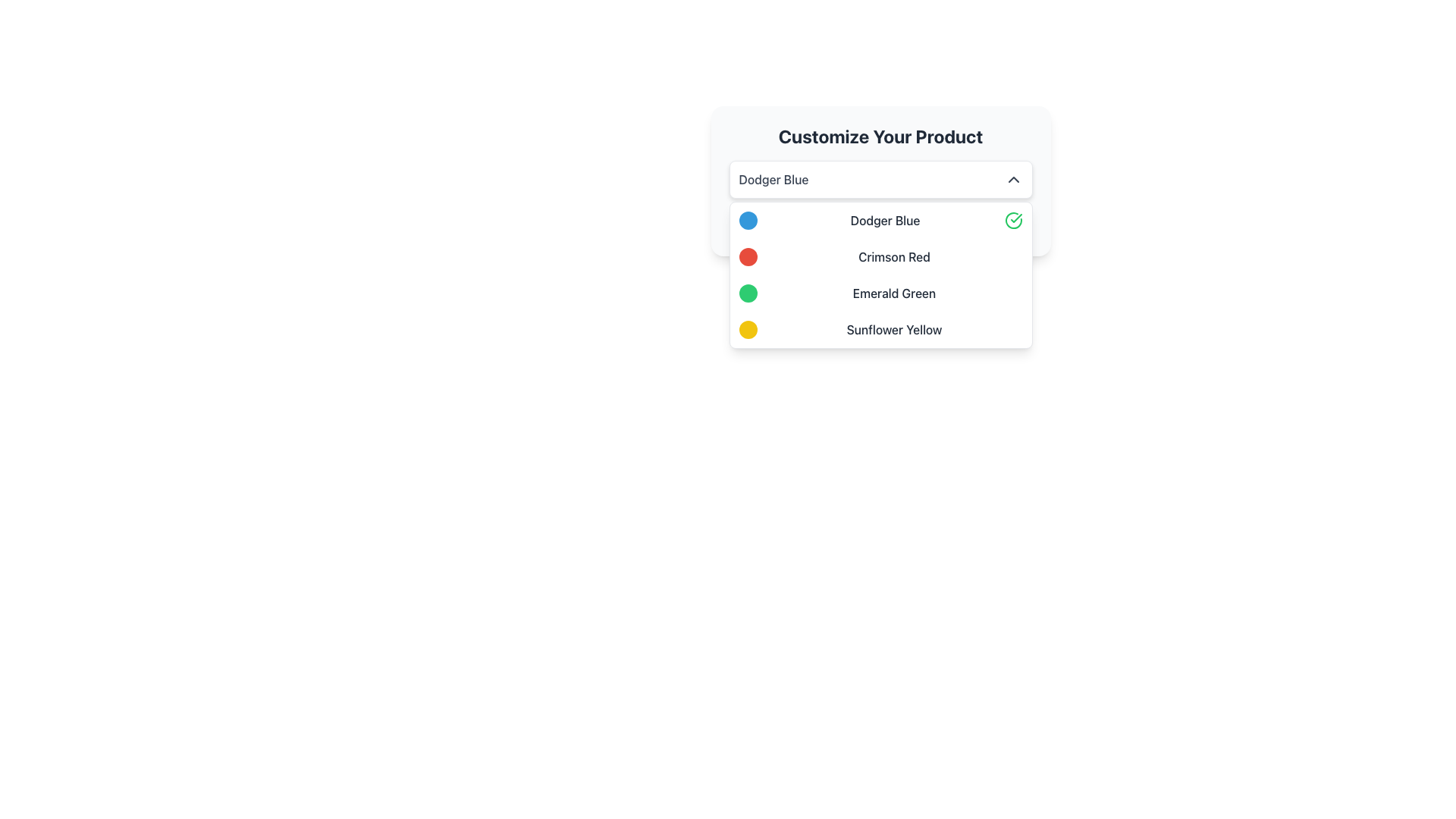 The image size is (1456, 819). What do you see at coordinates (880, 220) in the screenshot?
I see `the first selectable list item labeled 'Dodger Blue' with a blue circular indicator and a green checkmark` at bounding box center [880, 220].